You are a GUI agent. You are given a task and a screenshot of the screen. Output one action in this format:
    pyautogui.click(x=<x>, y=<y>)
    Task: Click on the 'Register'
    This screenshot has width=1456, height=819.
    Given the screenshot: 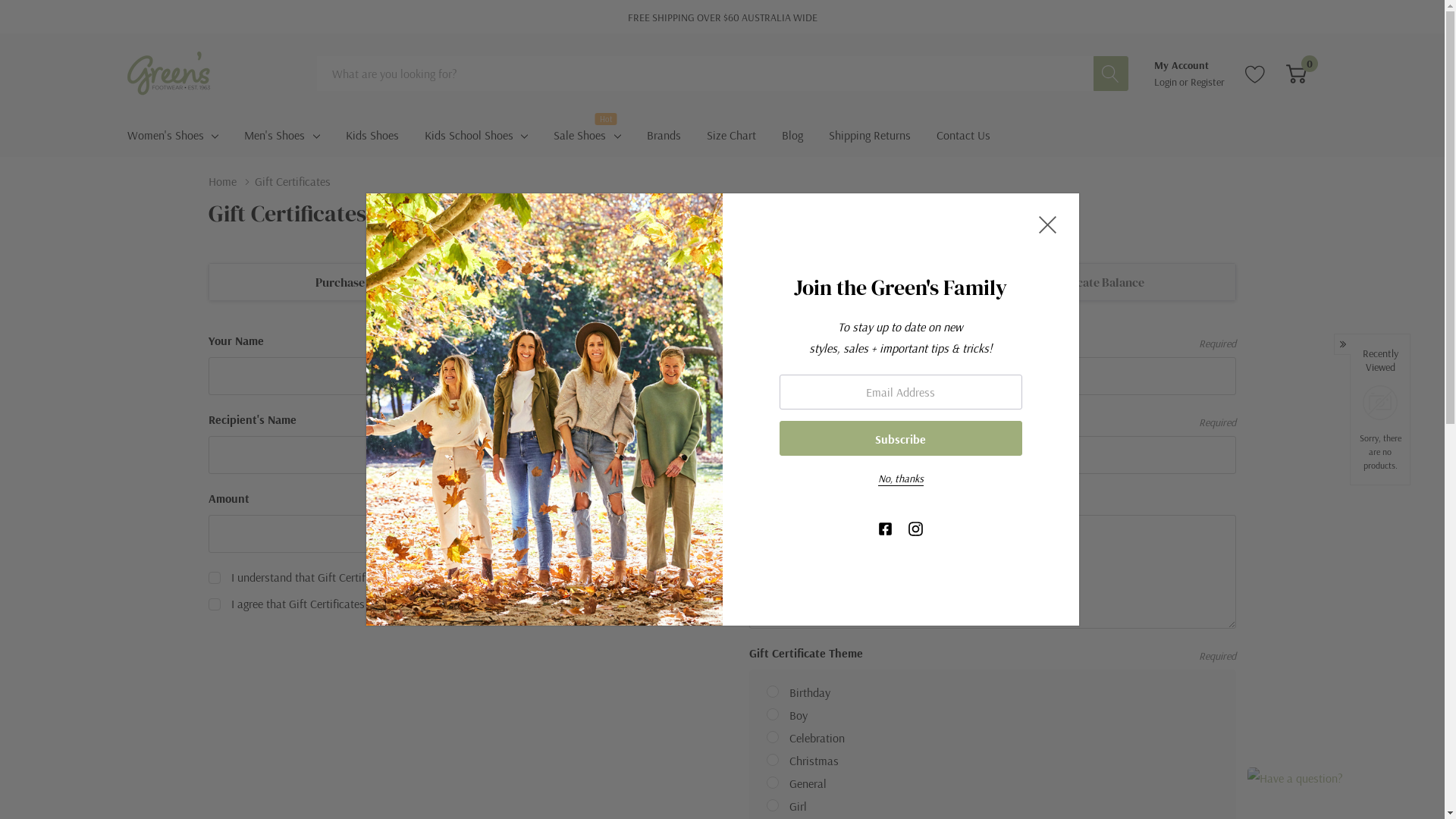 What is the action you would take?
    pyautogui.click(x=1207, y=81)
    